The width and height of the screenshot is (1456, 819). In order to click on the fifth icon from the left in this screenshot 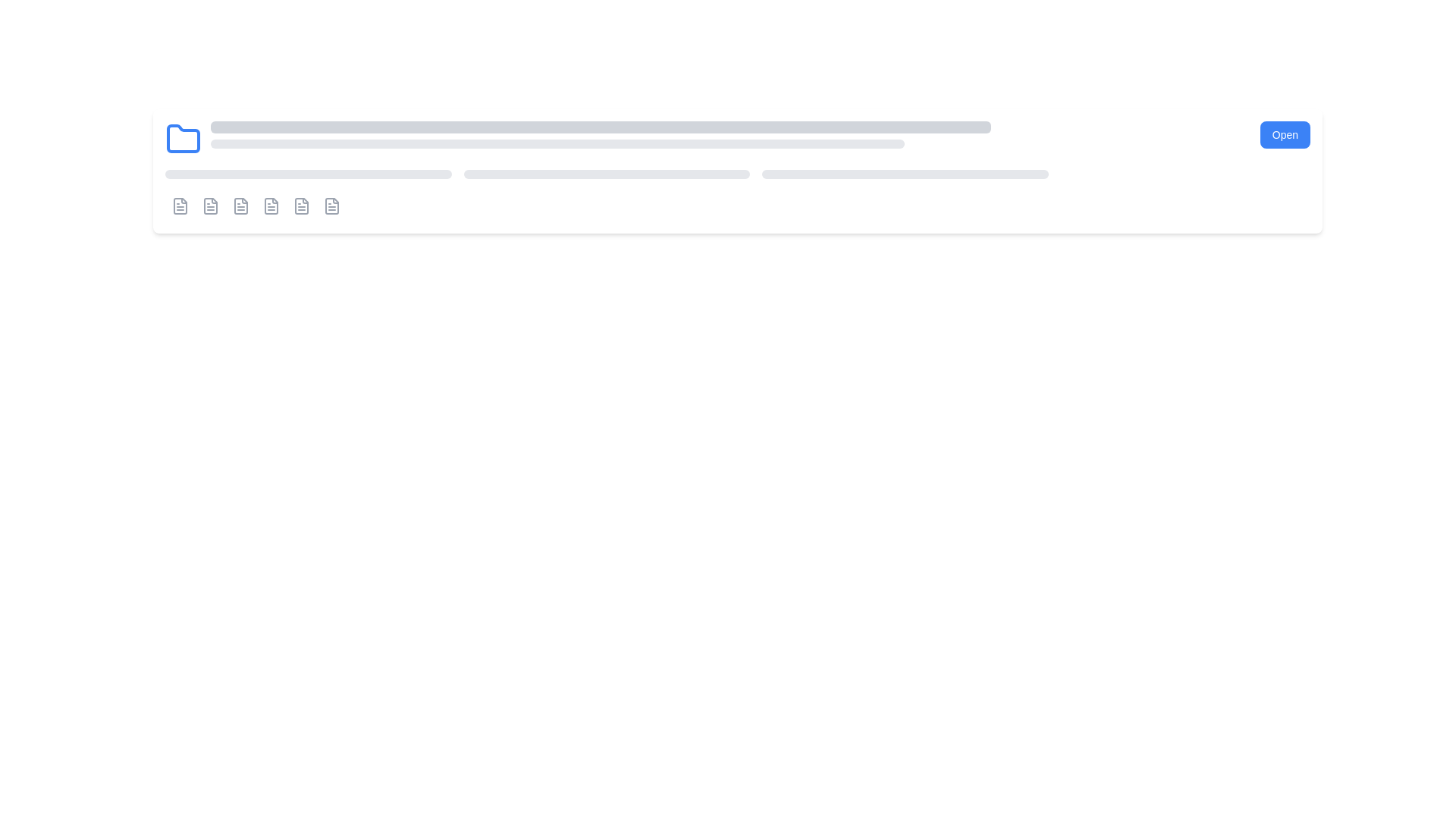, I will do `click(271, 206)`.